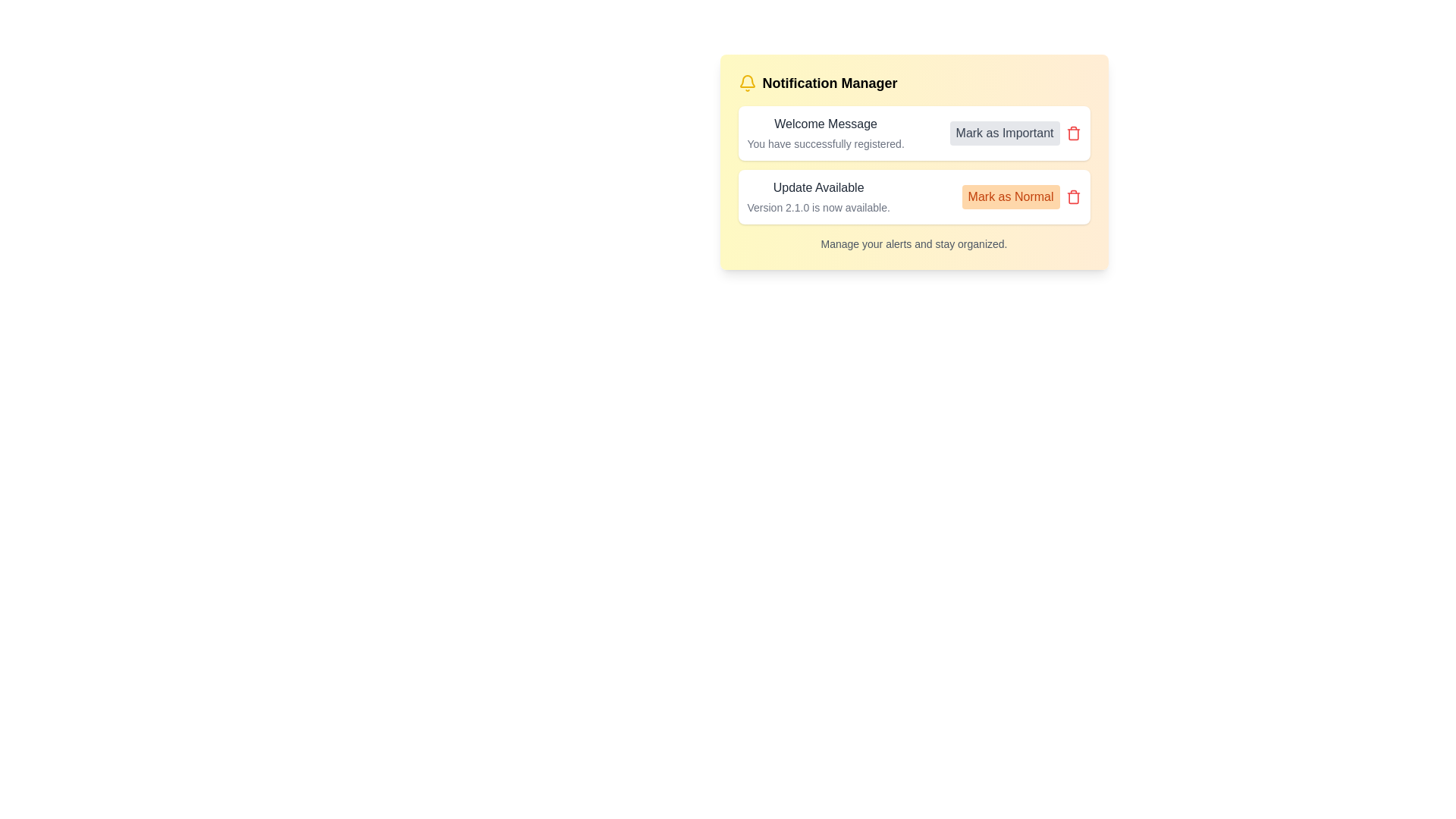 The width and height of the screenshot is (1456, 819). I want to click on the informational text block titled 'Update Available', which contains the subtext 'Version 2.1.0 is now available.', so click(817, 196).